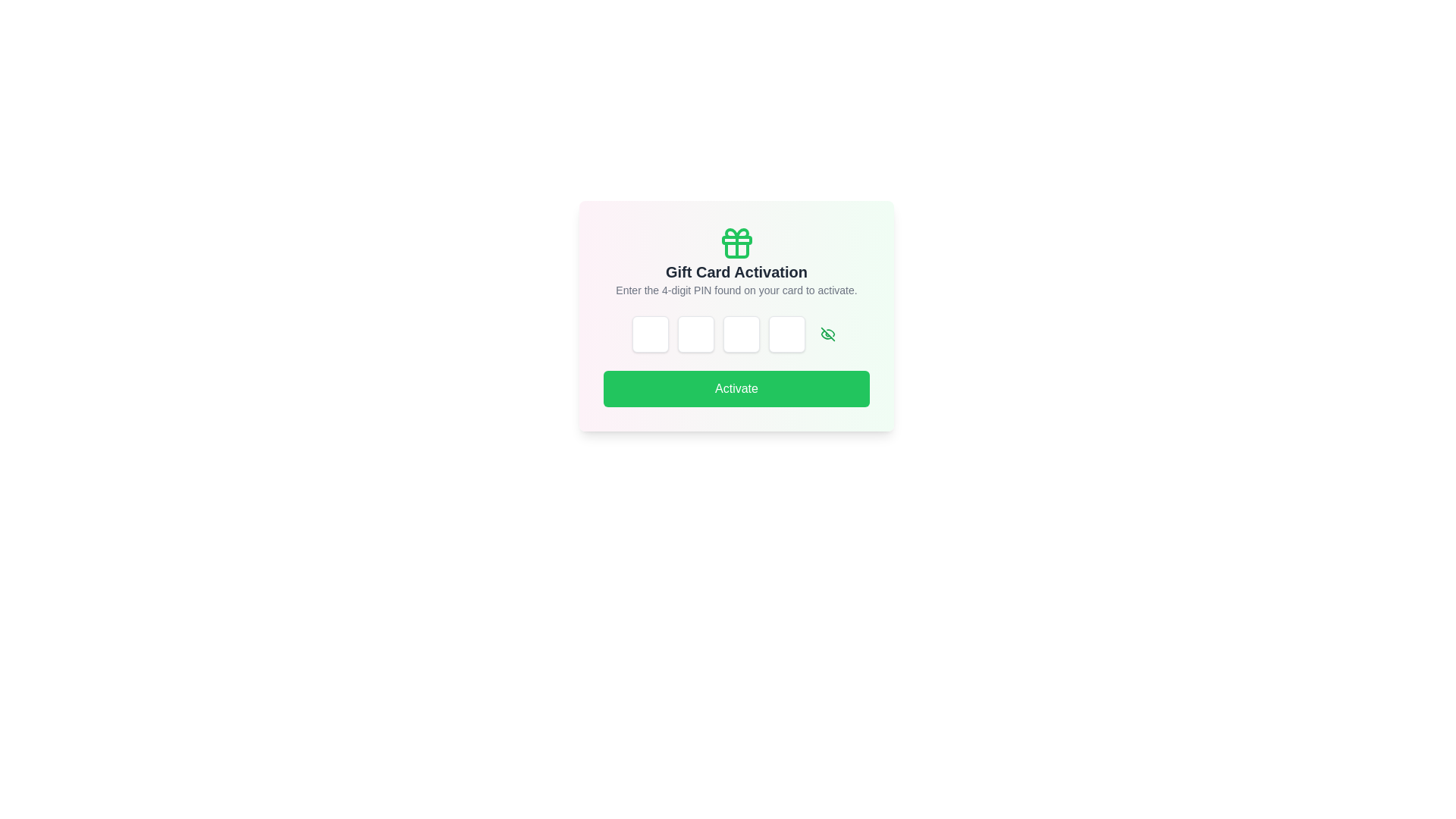  What do you see at coordinates (736, 239) in the screenshot?
I see `the horizontal bar that represents the ribbon or divider of the gift box icon, positioned slightly below the top of the icon and spanning horizontally across its middle` at bounding box center [736, 239].